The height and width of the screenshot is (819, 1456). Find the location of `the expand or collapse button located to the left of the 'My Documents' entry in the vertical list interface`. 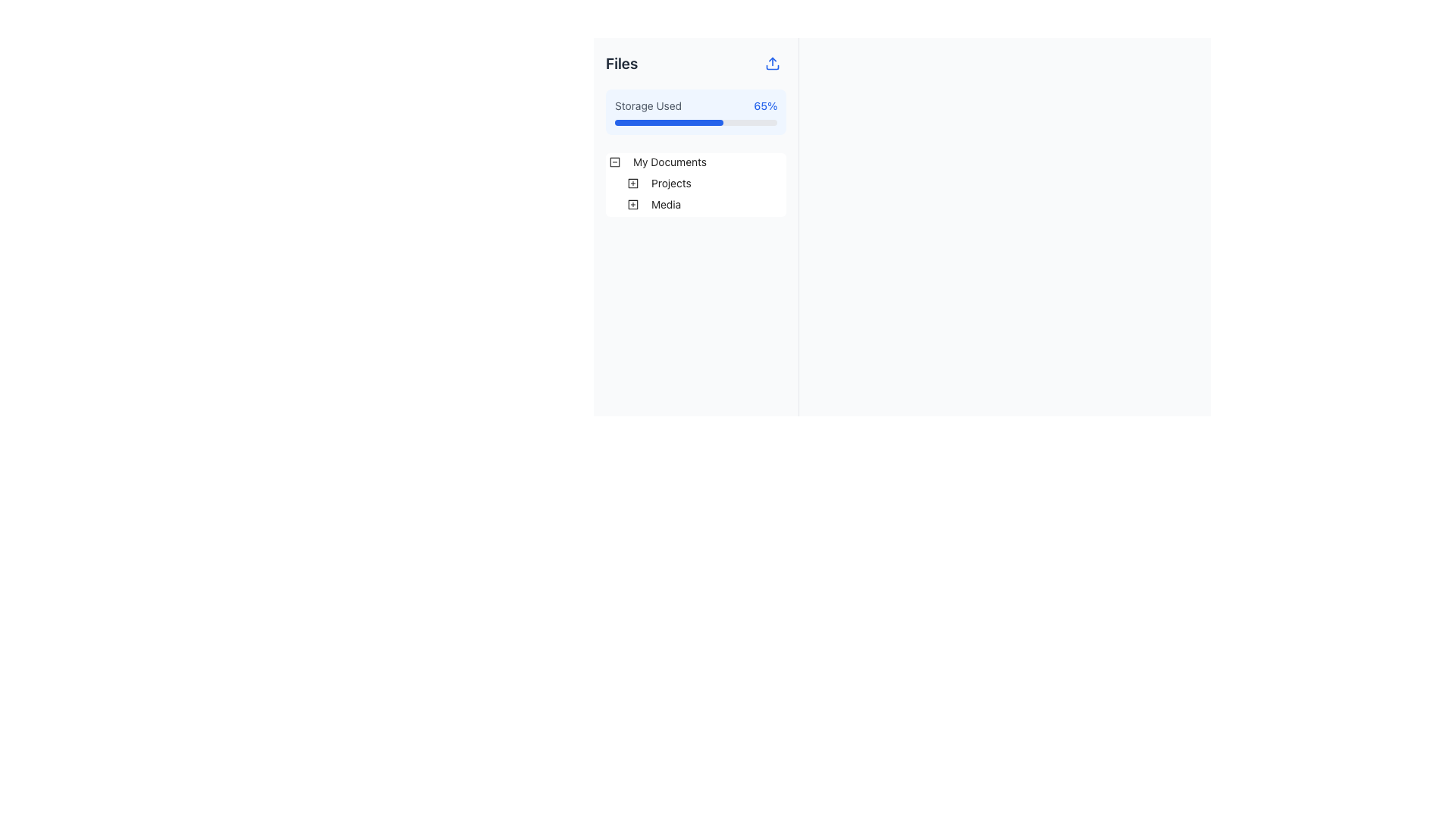

the expand or collapse button located to the left of the 'My Documents' entry in the vertical list interface is located at coordinates (615, 162).